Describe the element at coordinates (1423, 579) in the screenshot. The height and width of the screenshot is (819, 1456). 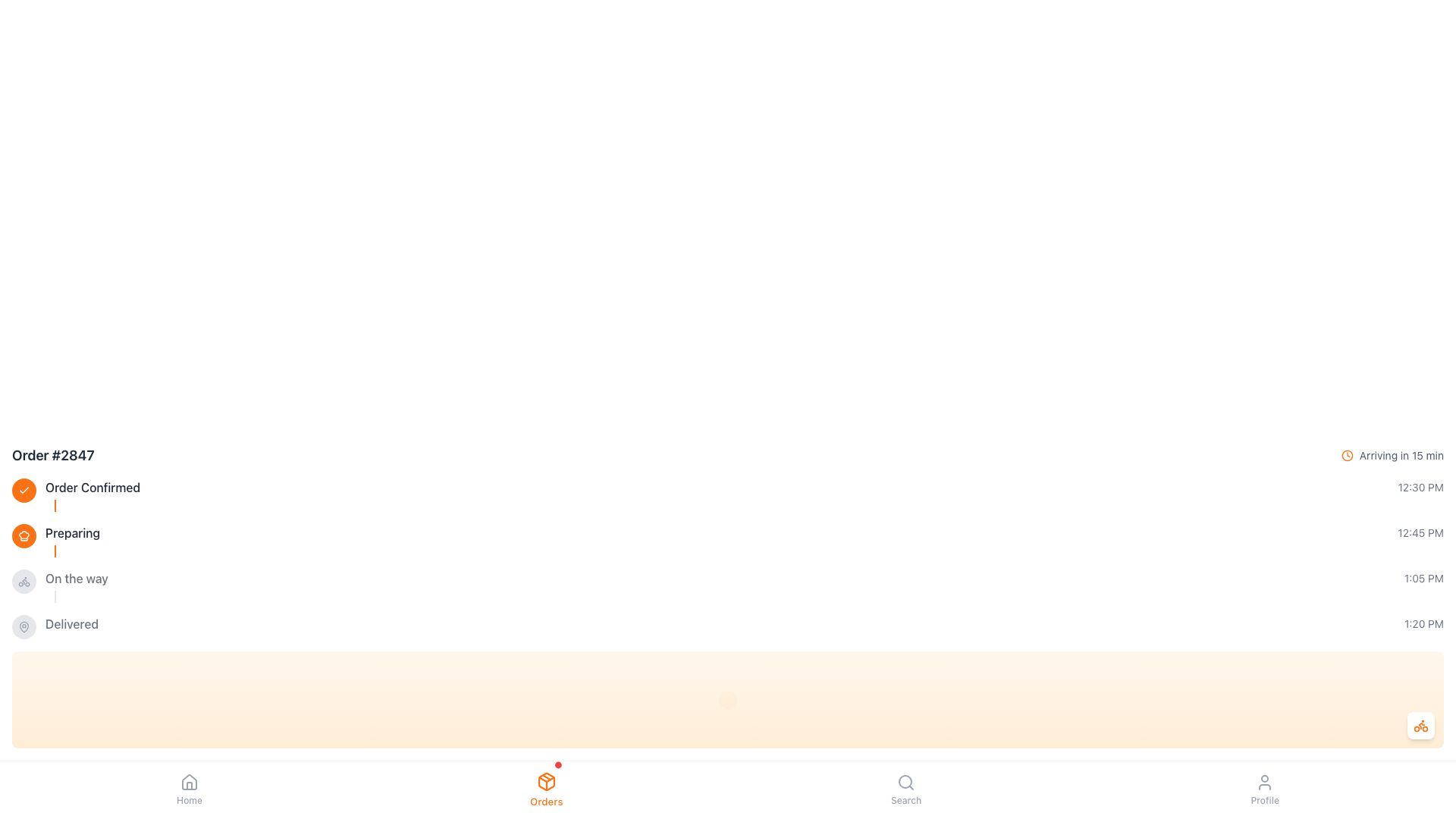
I see `the text element displaying '1:05 PM', which is a small gray timestamp located on the far right of a horizontal layout` at that location.